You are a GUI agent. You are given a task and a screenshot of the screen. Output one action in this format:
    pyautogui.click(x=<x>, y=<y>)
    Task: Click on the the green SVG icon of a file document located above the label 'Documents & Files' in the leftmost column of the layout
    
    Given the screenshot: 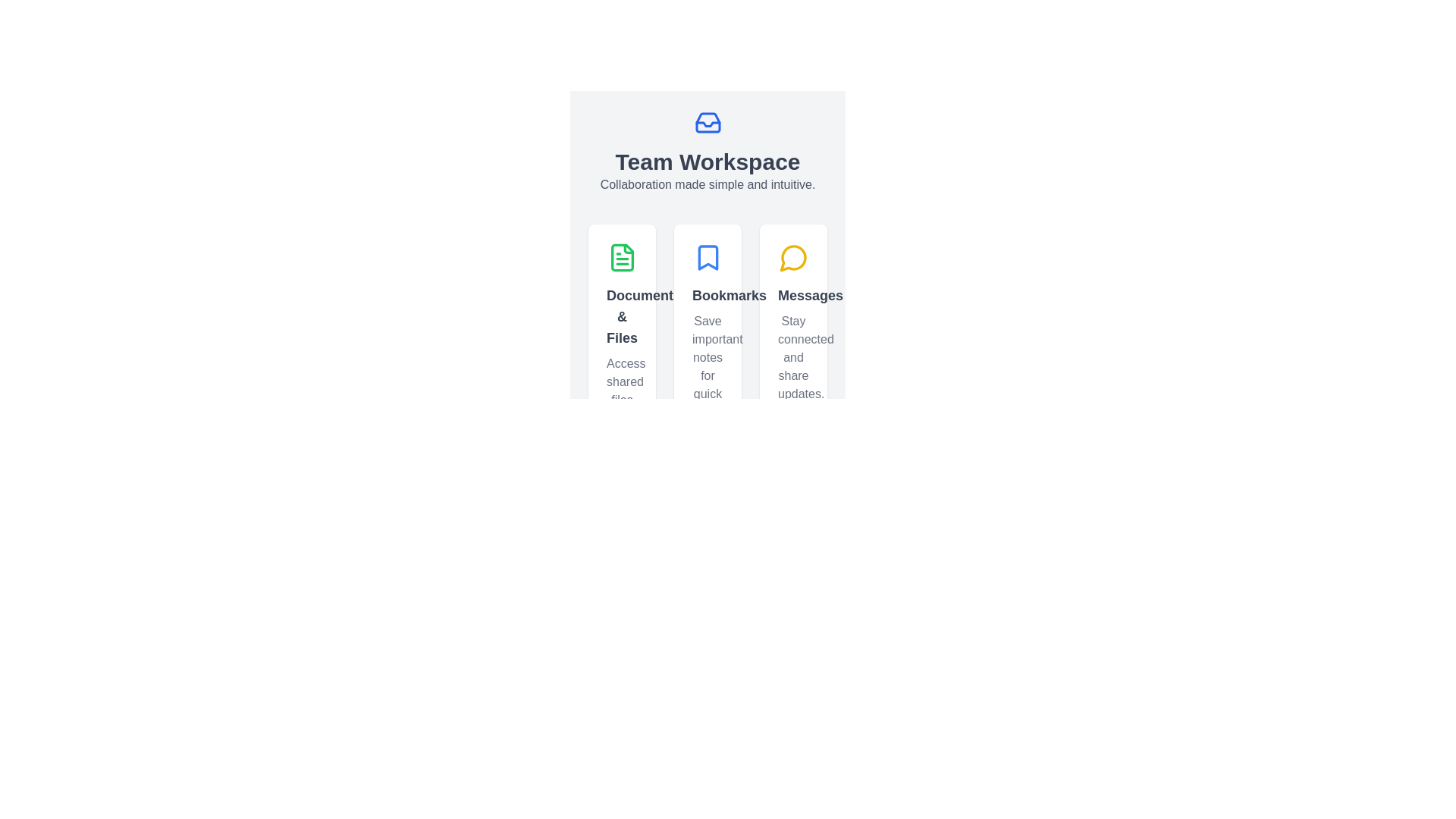 What is the action you would take?
    pyautogui.click(x=622, y=256)
    